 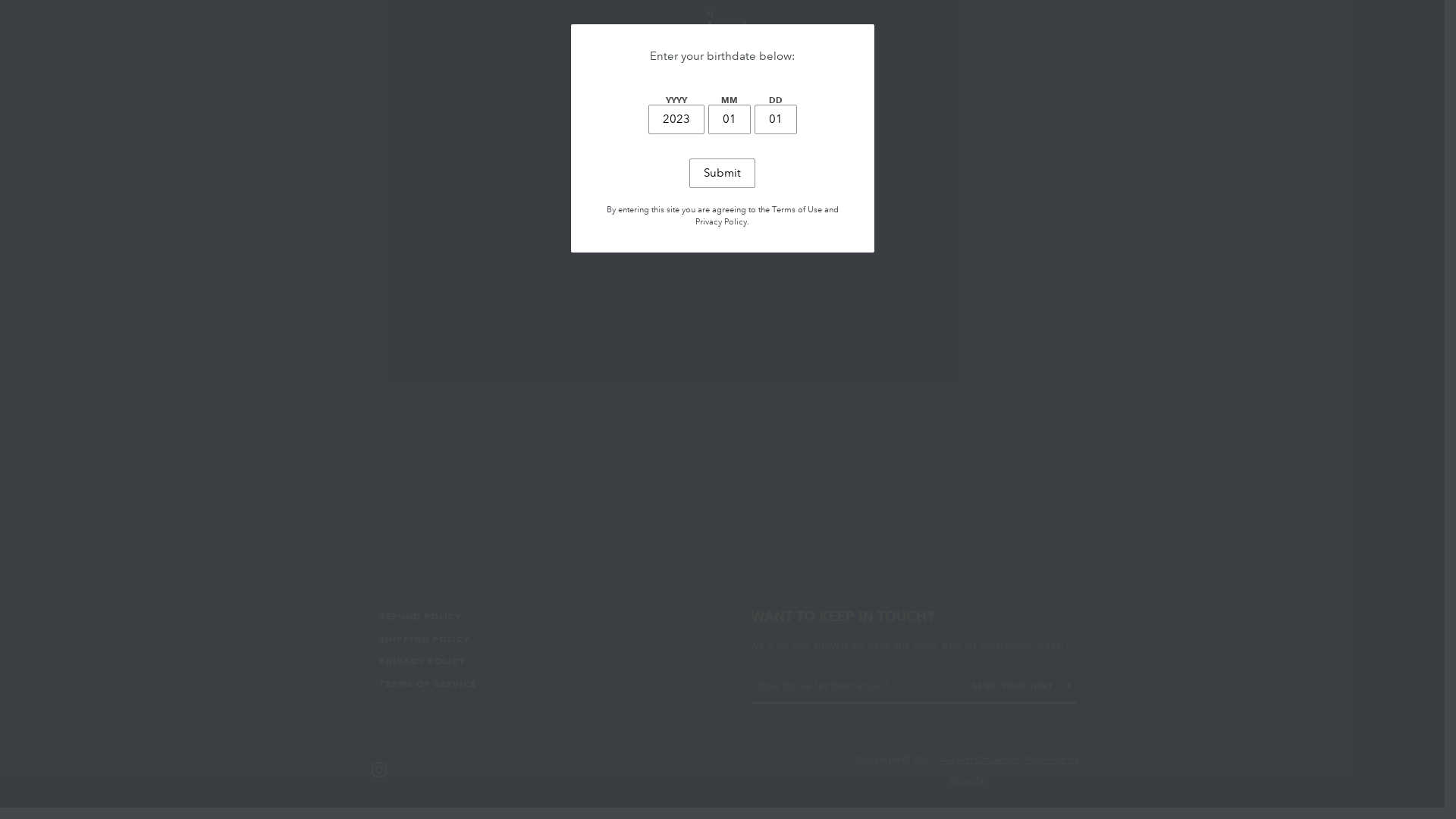 What do you see at coordinates (378, 683) in the screenshot?
I see `'TERMS OF SERVICE'` at bounding box center [378, 683].